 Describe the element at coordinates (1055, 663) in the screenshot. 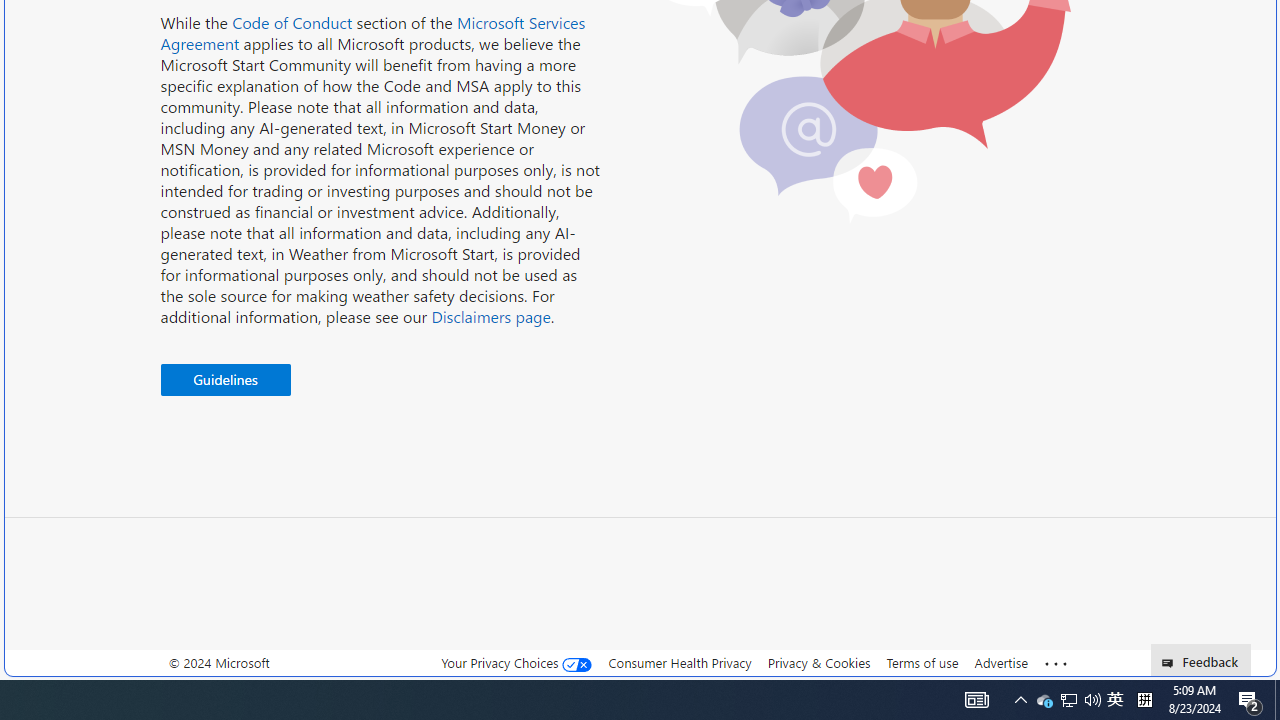

I see `'Class: oneFooter_seeMore-DS-EntryPoint1-1'` at that location.